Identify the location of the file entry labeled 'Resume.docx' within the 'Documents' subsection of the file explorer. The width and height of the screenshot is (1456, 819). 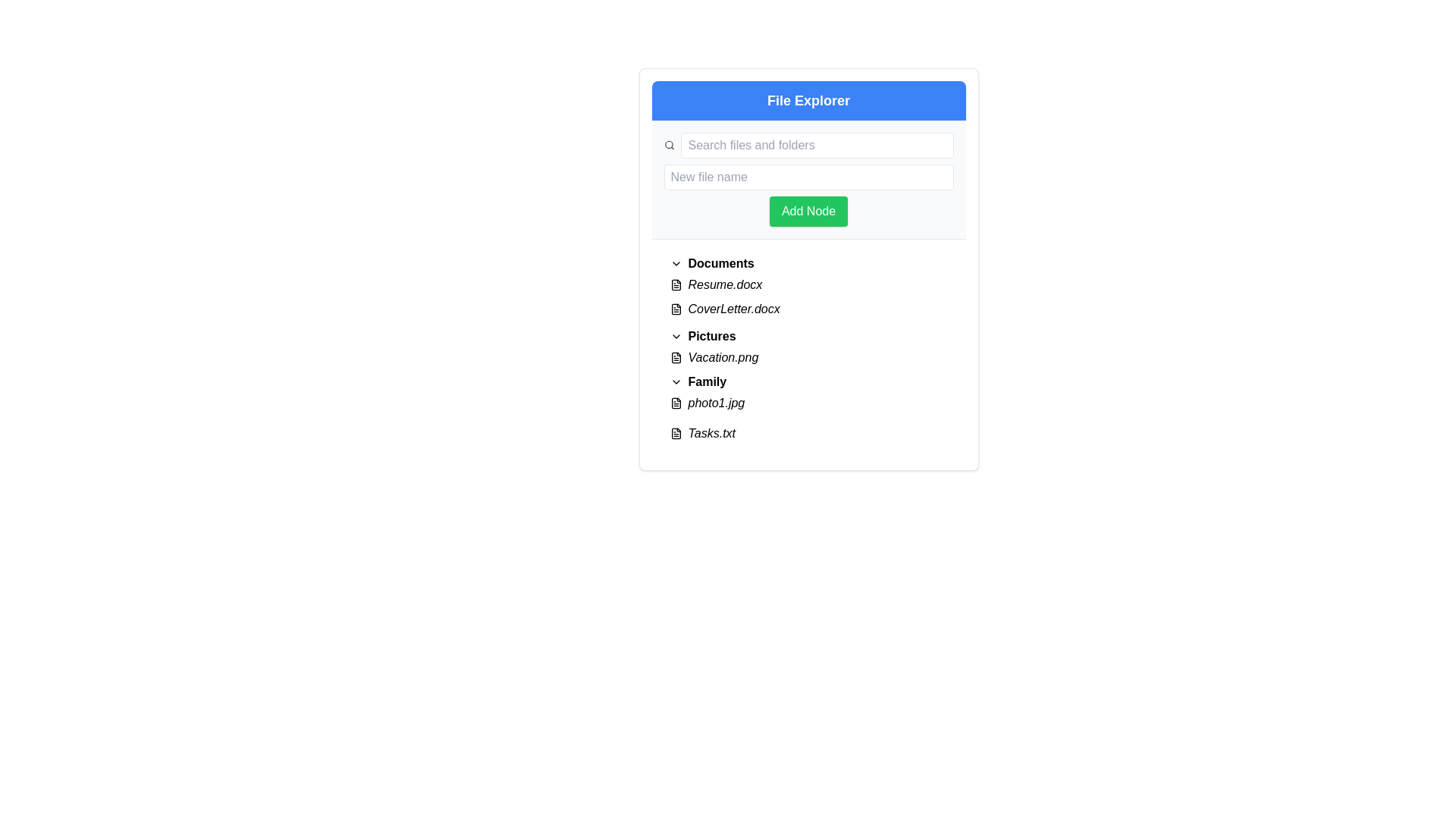
(808, 284).